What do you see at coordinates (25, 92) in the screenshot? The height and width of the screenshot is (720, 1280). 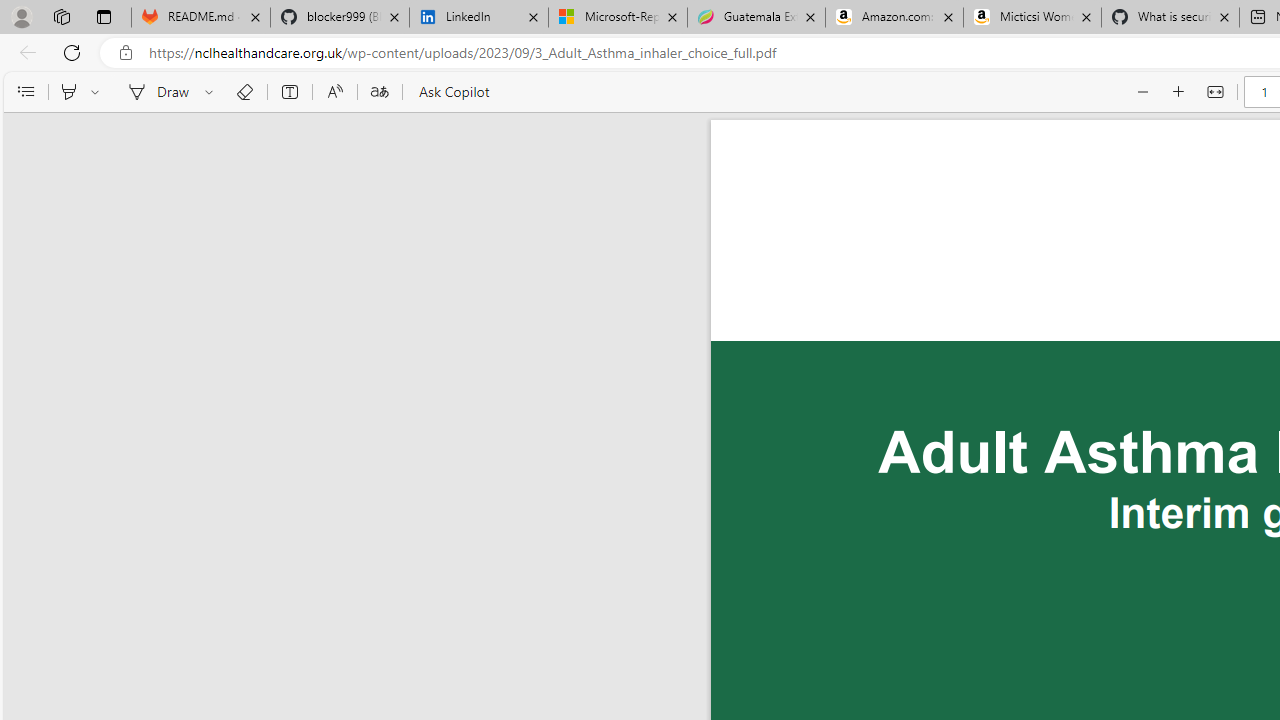 I see `'Contents'` at bounding box center [25, 92].